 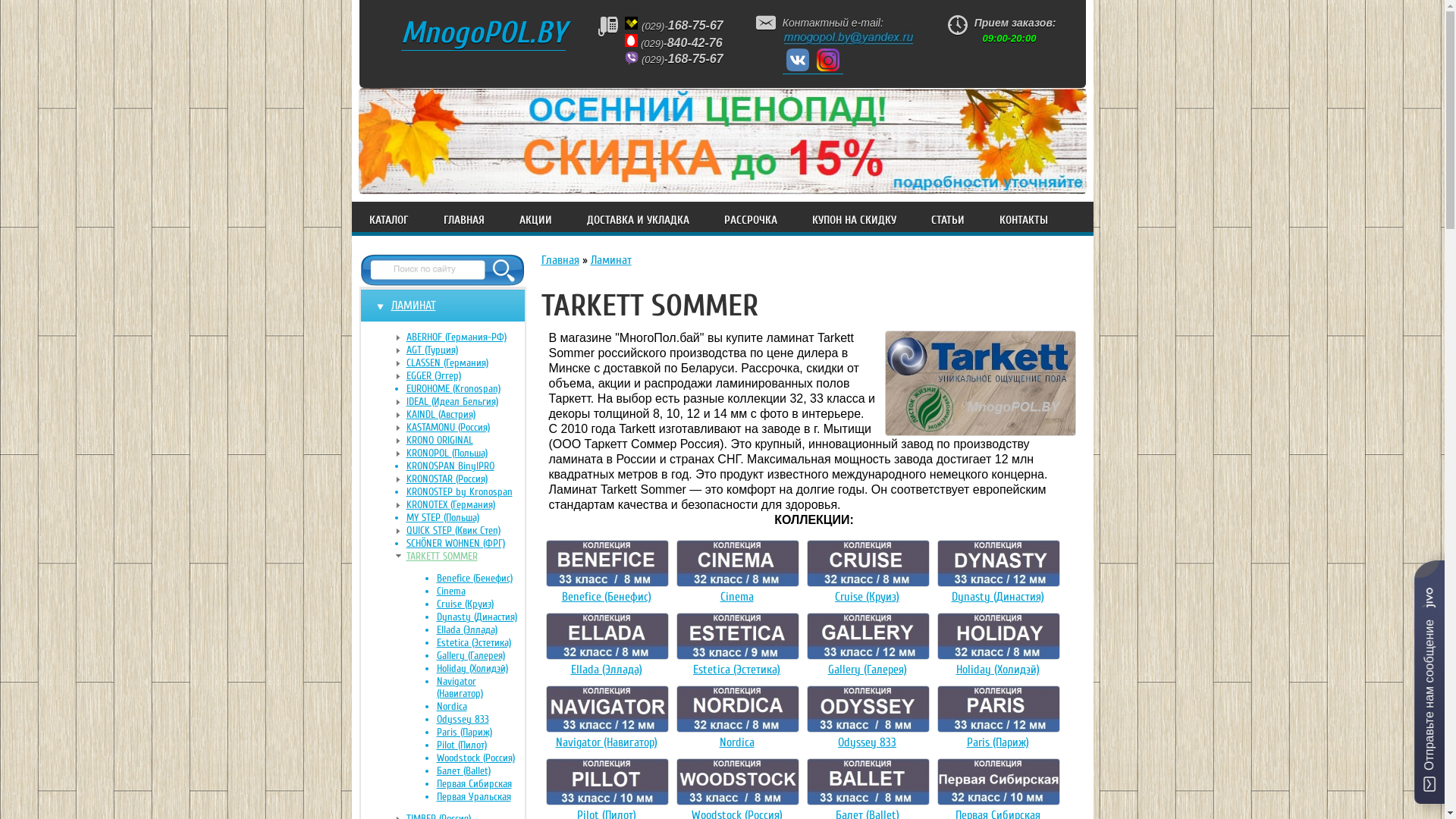 What do you see at coordinates (406, 388) in the screenshot?
I see `'EUROHOME (Kronospan)'` at bounding box center [406, 388].